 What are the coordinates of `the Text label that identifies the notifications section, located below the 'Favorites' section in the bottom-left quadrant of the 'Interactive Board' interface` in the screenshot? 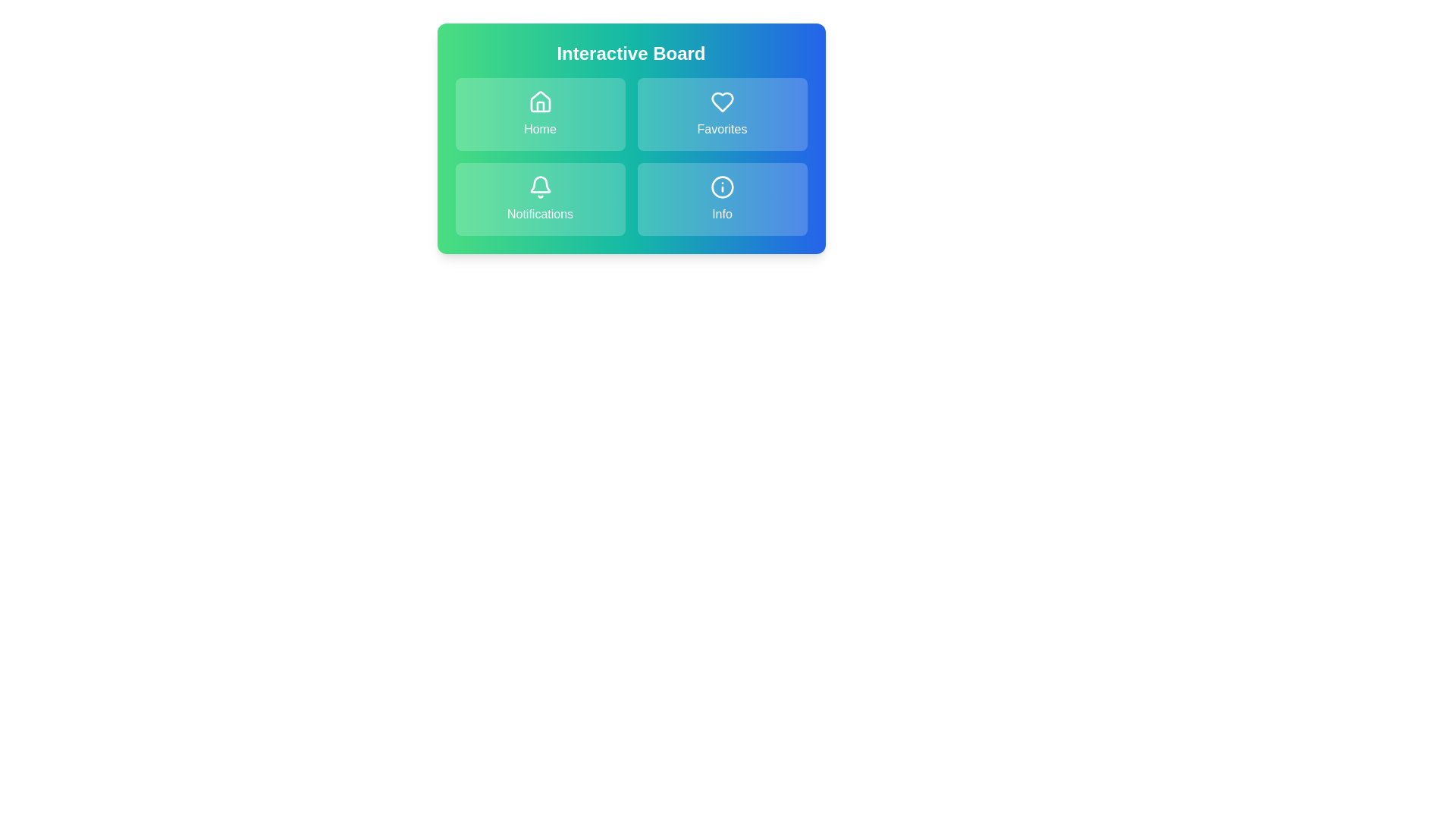 It's located at (540, 214).